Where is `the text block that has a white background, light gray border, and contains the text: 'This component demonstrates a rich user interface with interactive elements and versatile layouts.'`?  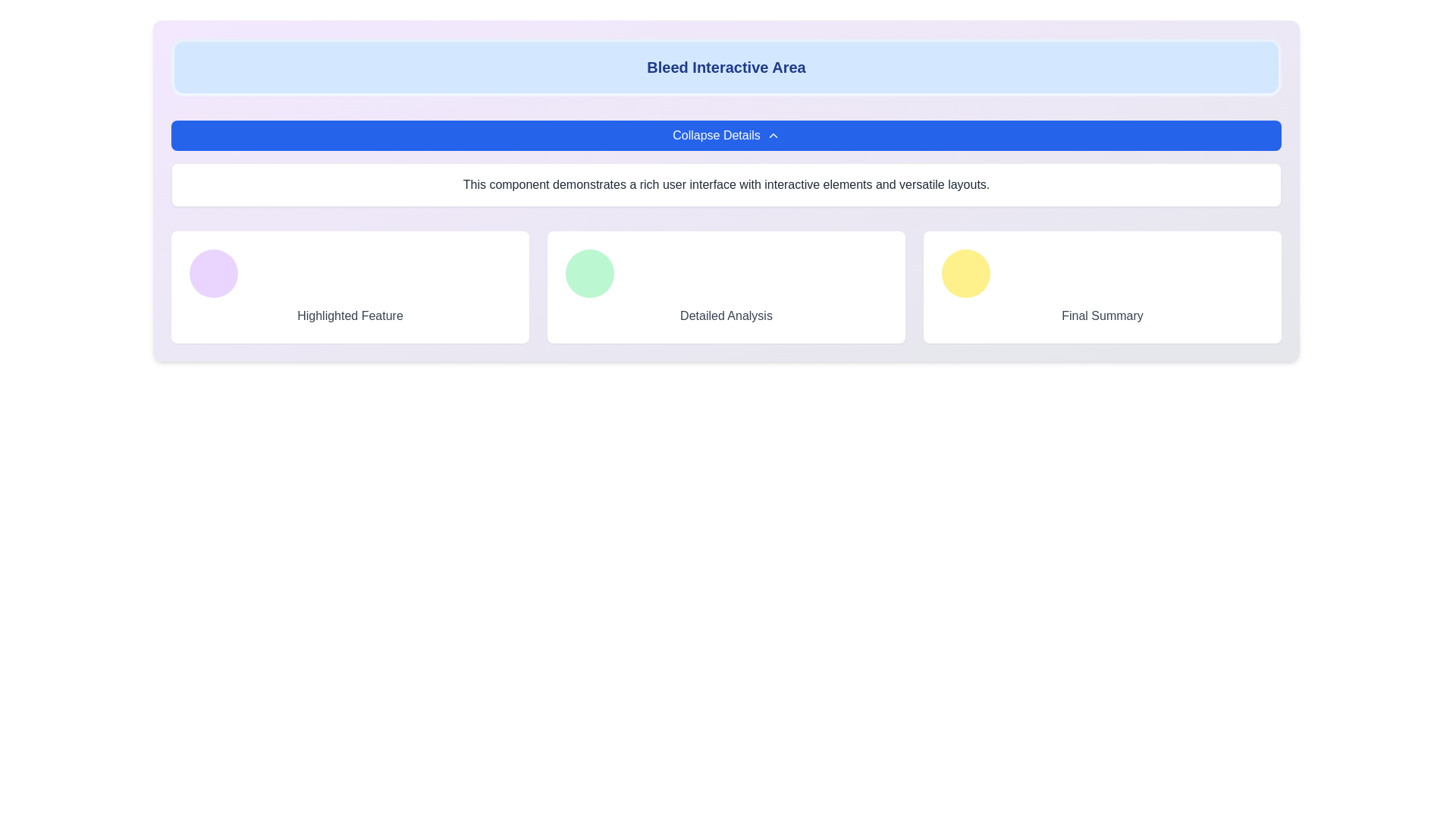 the text block that has a white background, light gray border, and contains the text: 'This component demonstrates a rich user interface with interactive elements and versatile layouts.' is located at coordinates (726, 184).